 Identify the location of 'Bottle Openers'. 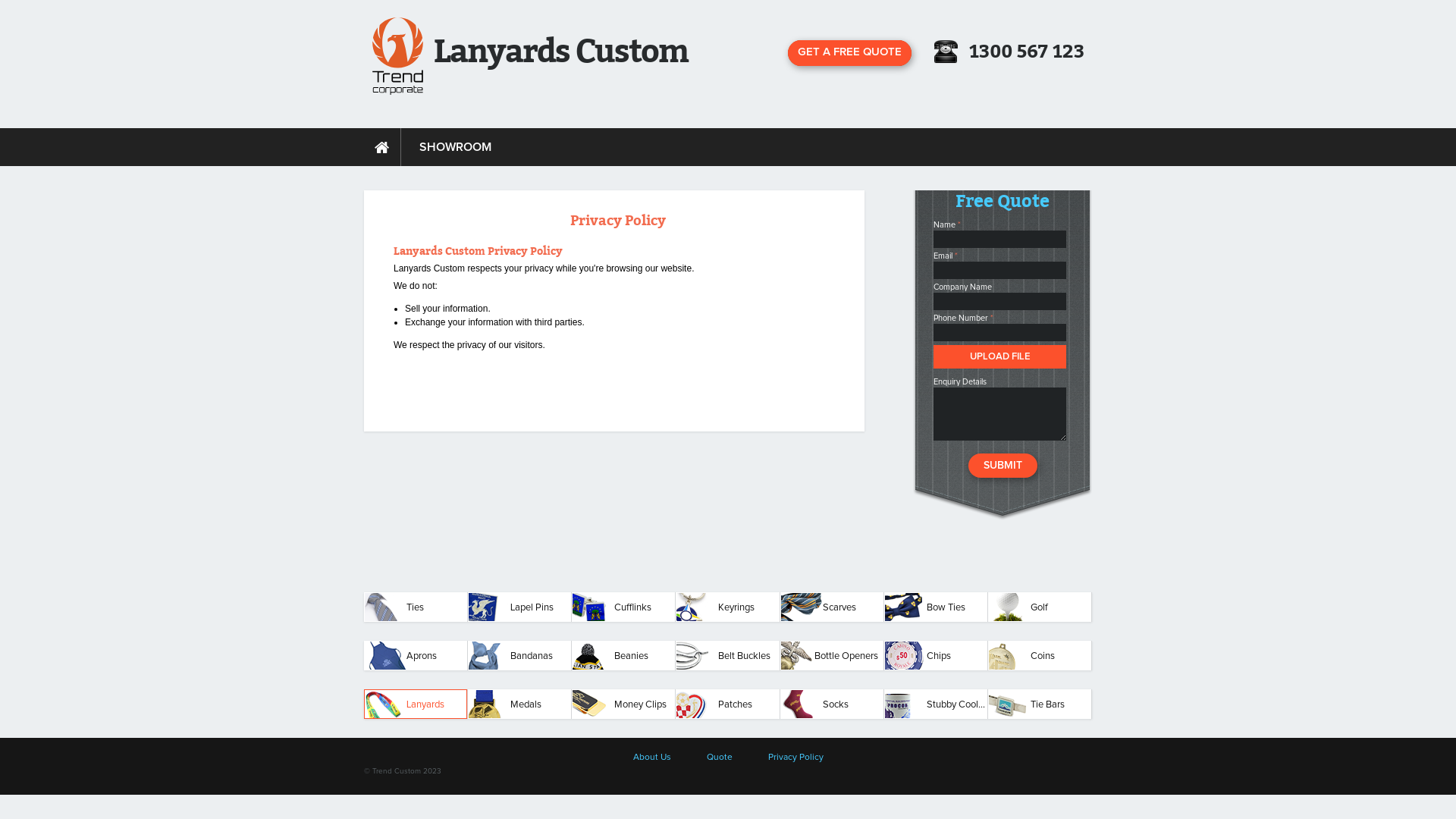
(831, 654).